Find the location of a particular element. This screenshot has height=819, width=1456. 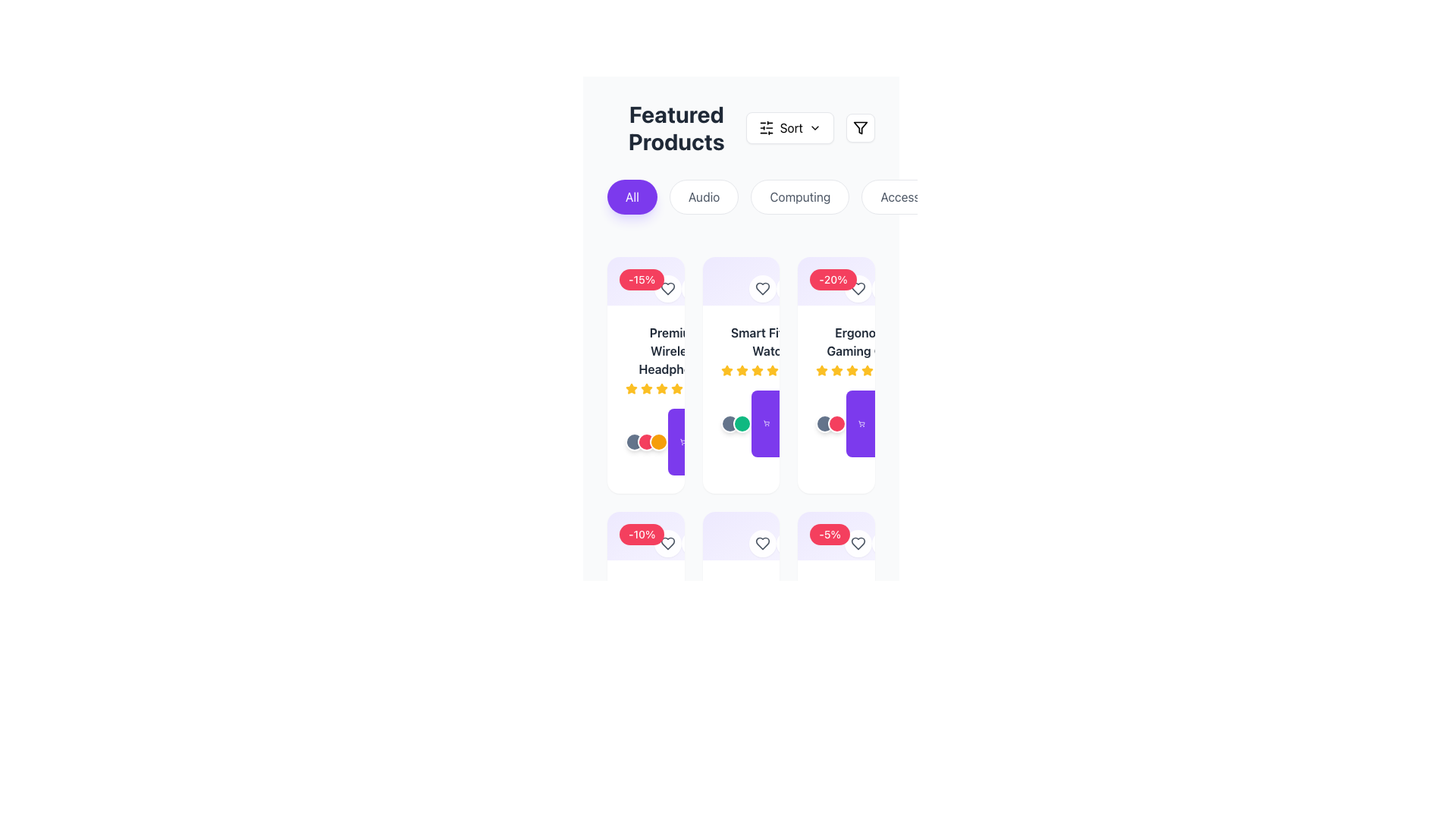

the heart-shaped 'like' button located at the top-right corner of the product card to mark the product as favorite is located at coordinates (763, 289).